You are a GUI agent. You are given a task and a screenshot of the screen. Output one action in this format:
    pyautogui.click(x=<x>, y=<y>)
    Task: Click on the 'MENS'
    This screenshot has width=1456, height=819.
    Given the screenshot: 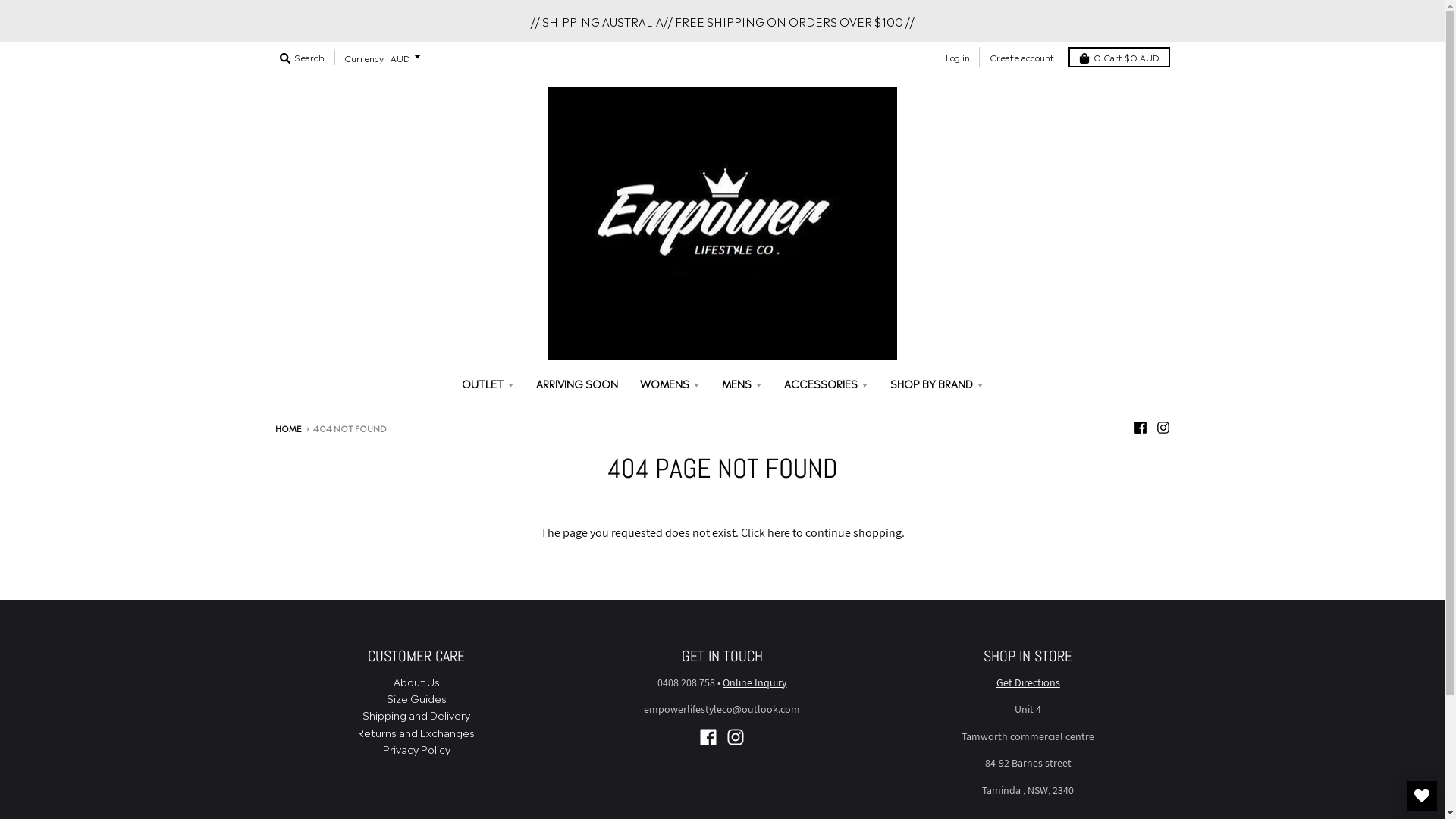 What is the action you would take?
    pyautogui.click(x=741, y=382)
    